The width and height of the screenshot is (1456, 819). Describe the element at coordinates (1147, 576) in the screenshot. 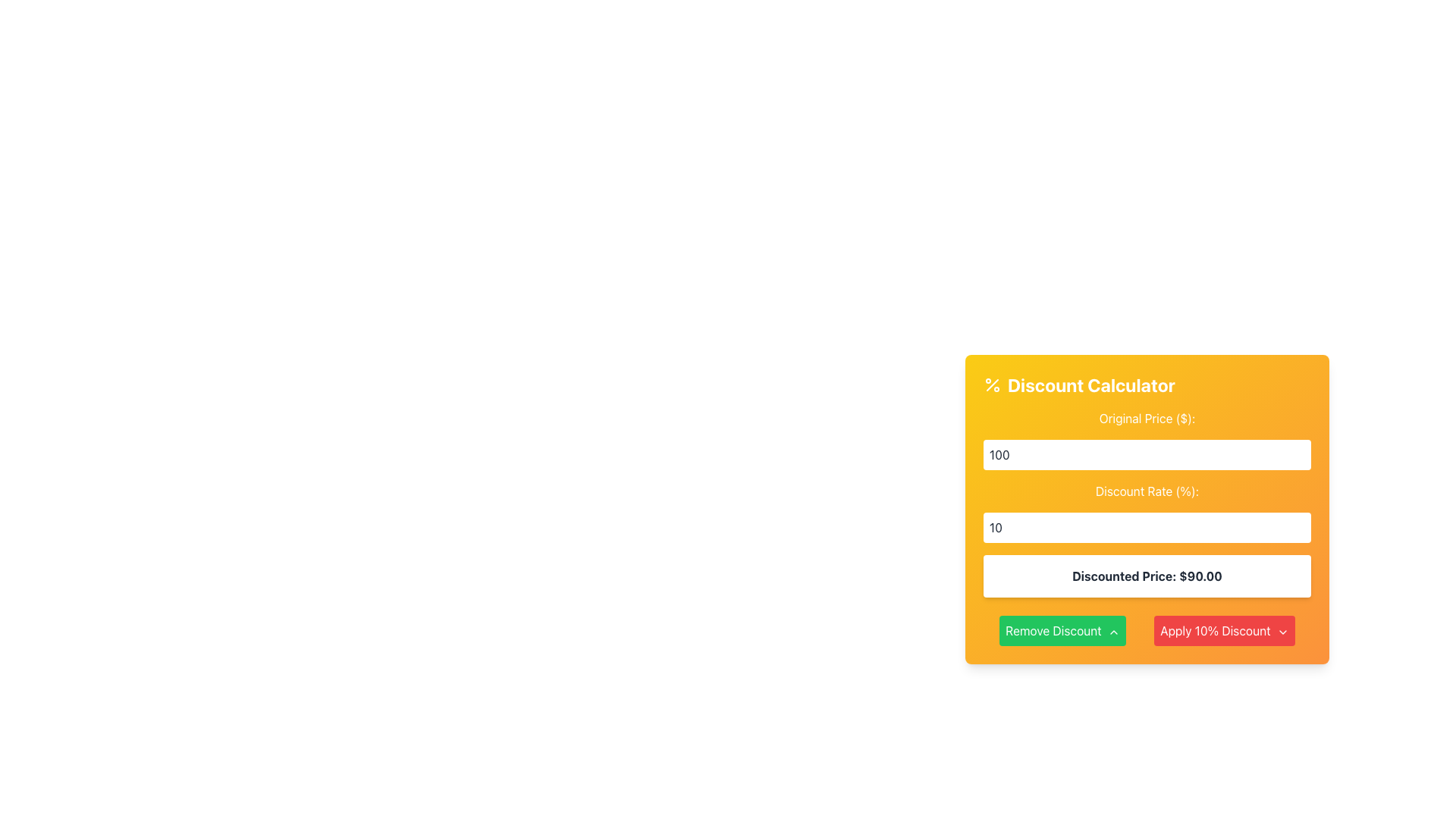

I see `displayed discounted price from the static text element showing 'Discounted Price: $90.00' located in the 'Discount Calculator' section` at that location.